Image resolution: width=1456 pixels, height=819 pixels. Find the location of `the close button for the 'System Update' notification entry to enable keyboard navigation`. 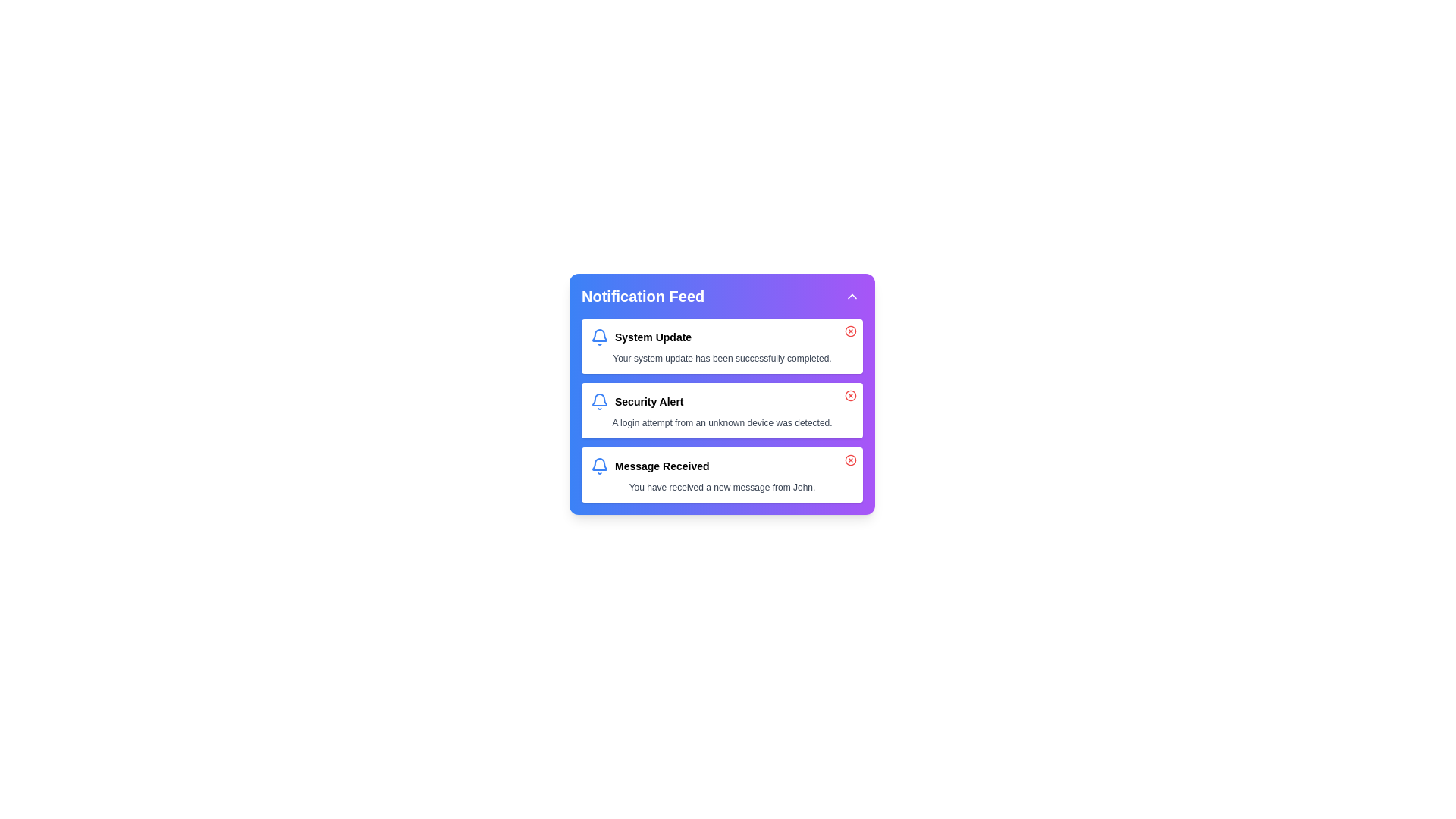

the close button for the 'System Update' notification entry to enable keyboard navigation is located at coordinates (851, 330).